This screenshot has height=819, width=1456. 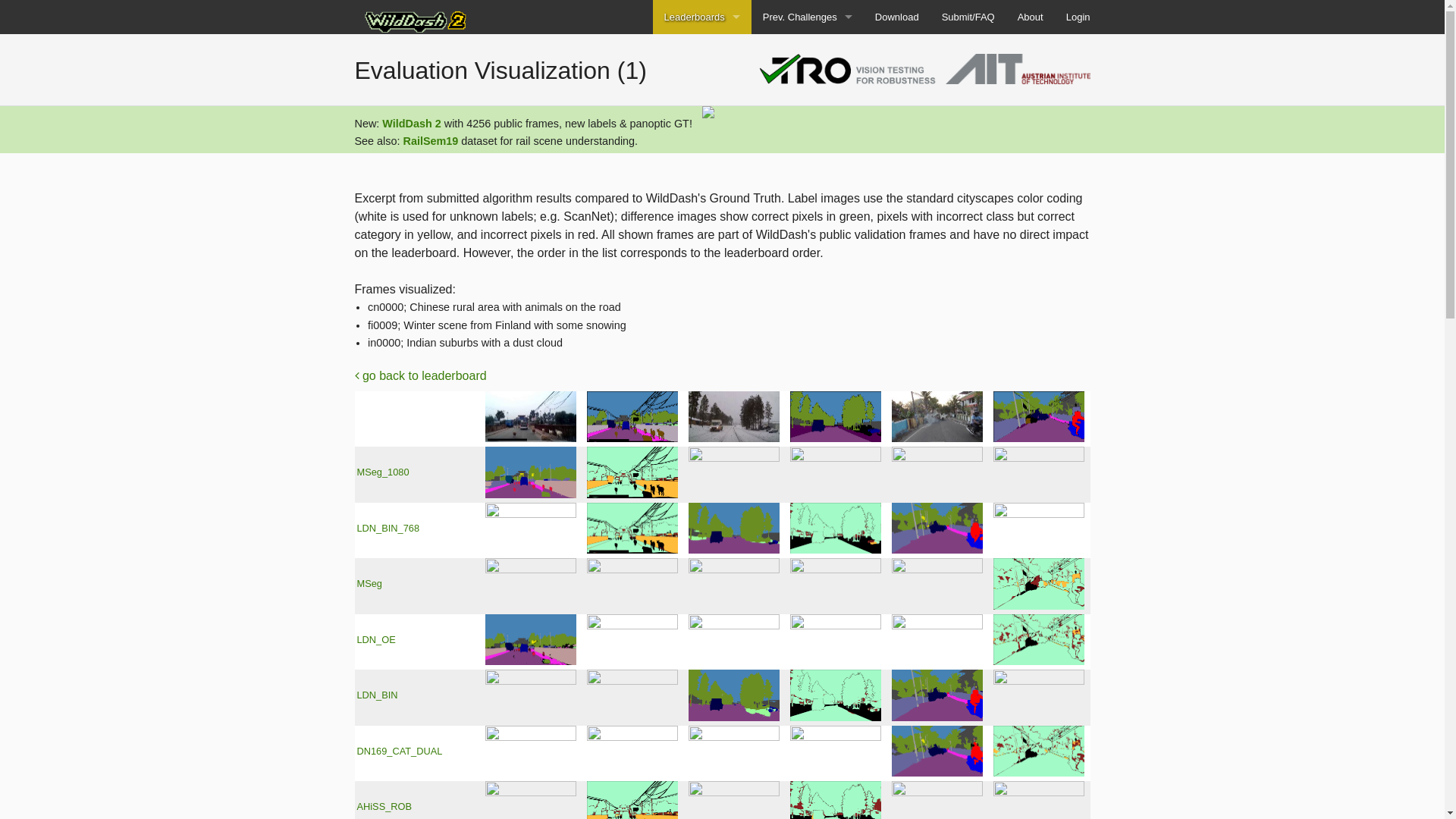 What do you see at coordinates (375, 639) in the screenshot?
I see `'LDN_OE'` at bounding box center [375, 639].